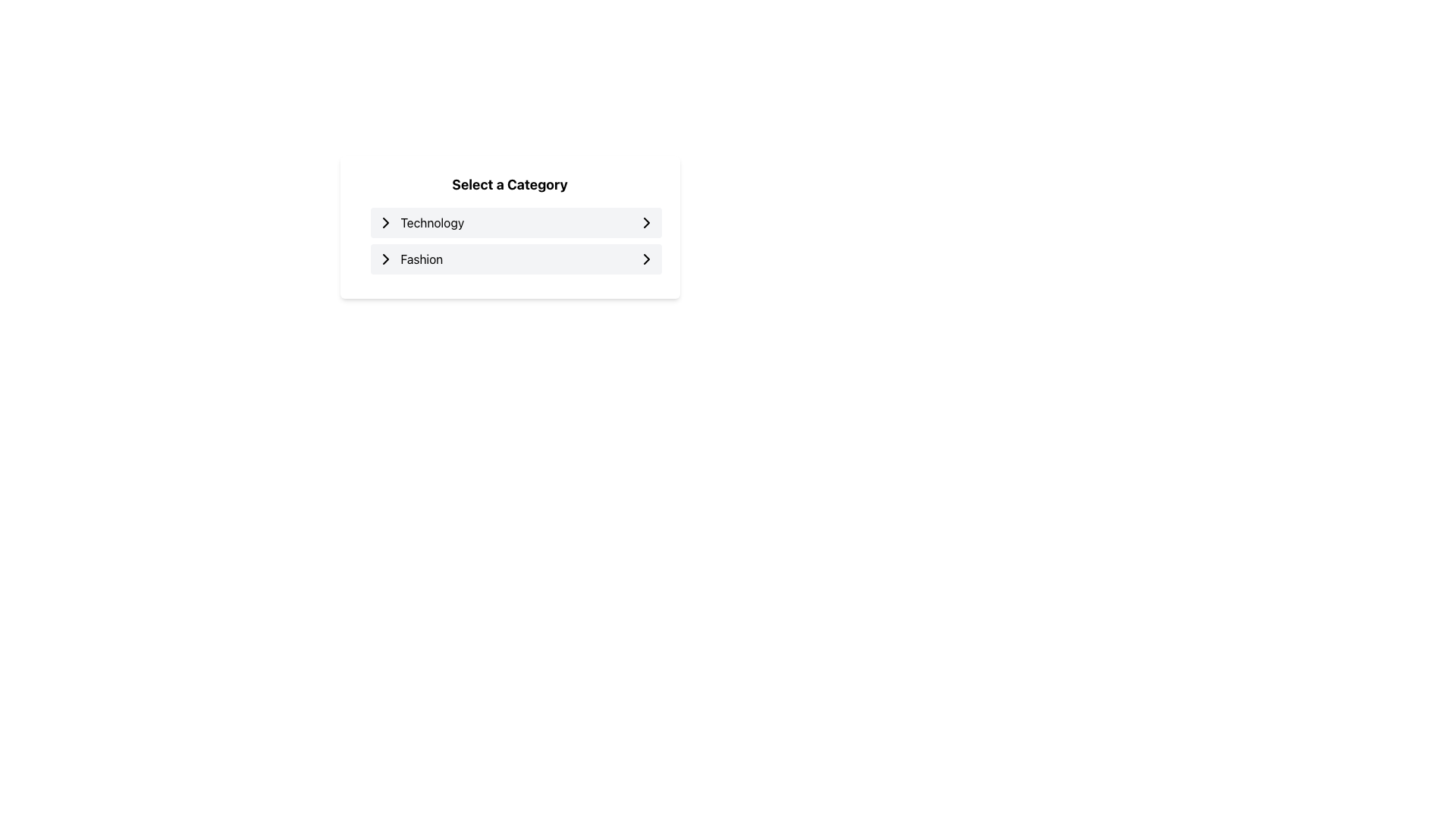 The image size is (1456, 819). I want to click on the 'Fashion' text label, which is the second option in the vertical list under 'Select a Category', following the 'Technology' option, so click(409, 259).